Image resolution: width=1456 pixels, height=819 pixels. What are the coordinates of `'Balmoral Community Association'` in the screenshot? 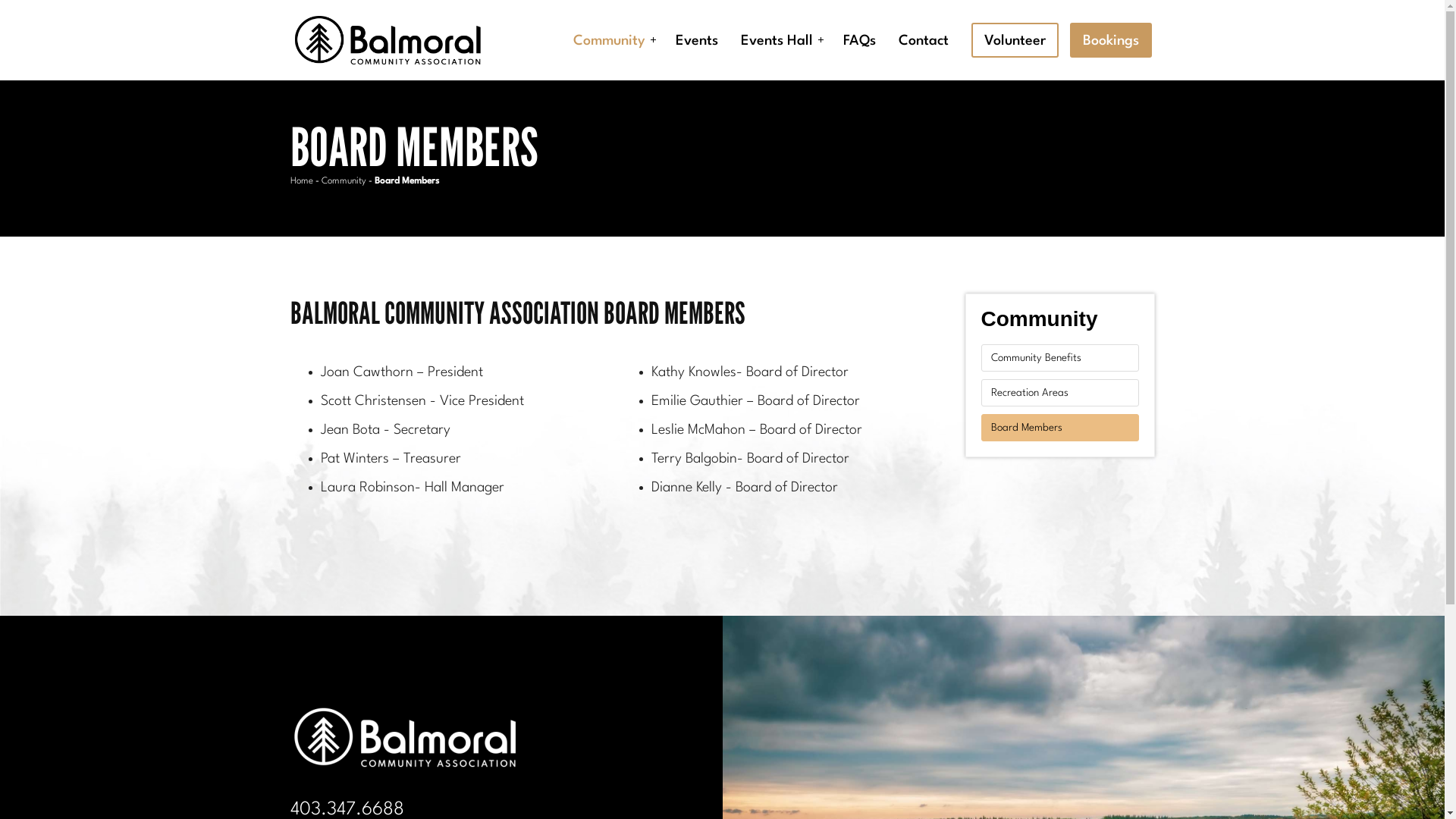 It's located at (388, 39).